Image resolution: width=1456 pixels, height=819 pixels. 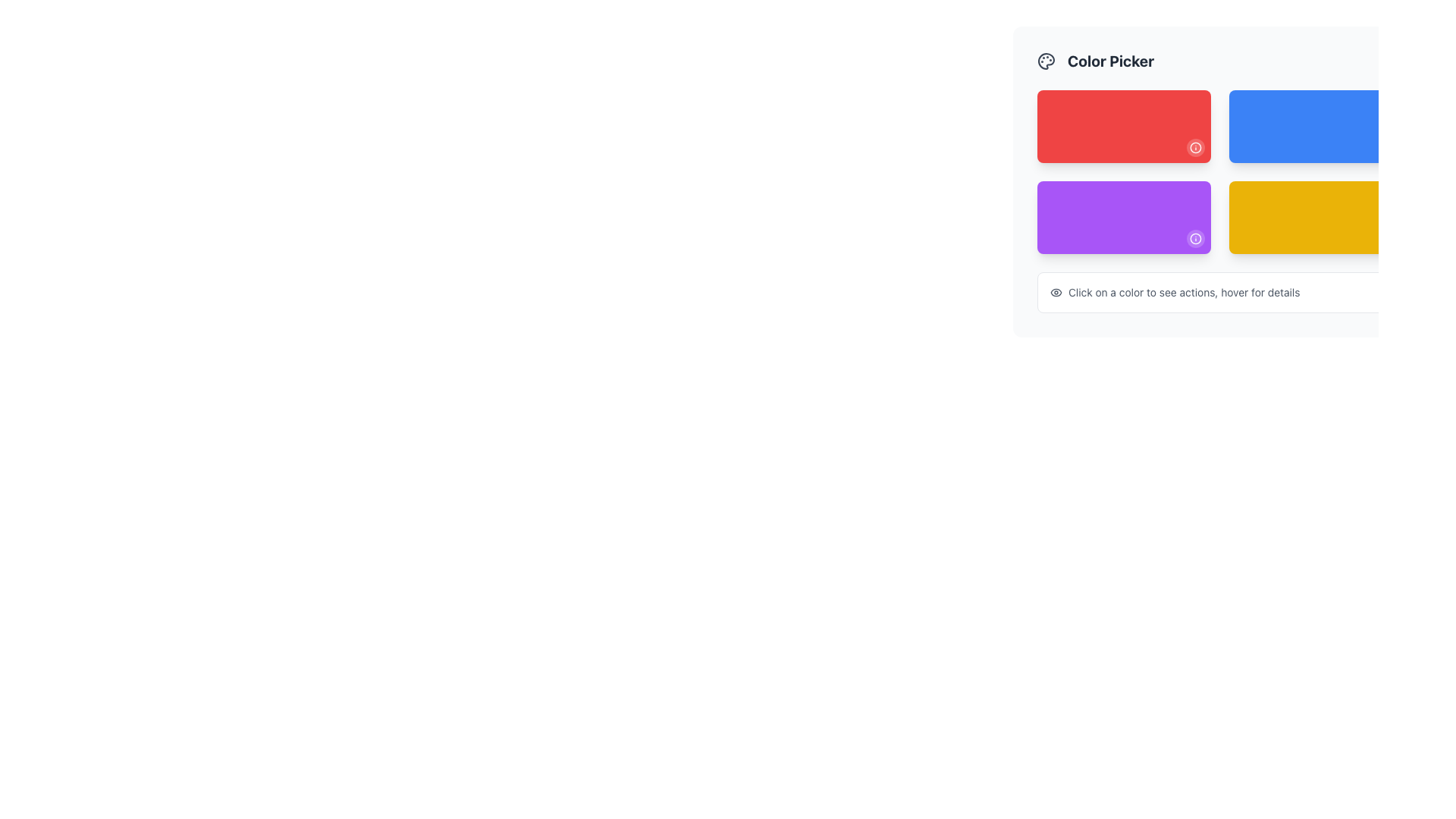 What do you see at coordinates (1055, 292) in the screenshot?
I see `the visibility settings icon located to the left of the text 'Click on a color` at bounding box center [1055, 292].